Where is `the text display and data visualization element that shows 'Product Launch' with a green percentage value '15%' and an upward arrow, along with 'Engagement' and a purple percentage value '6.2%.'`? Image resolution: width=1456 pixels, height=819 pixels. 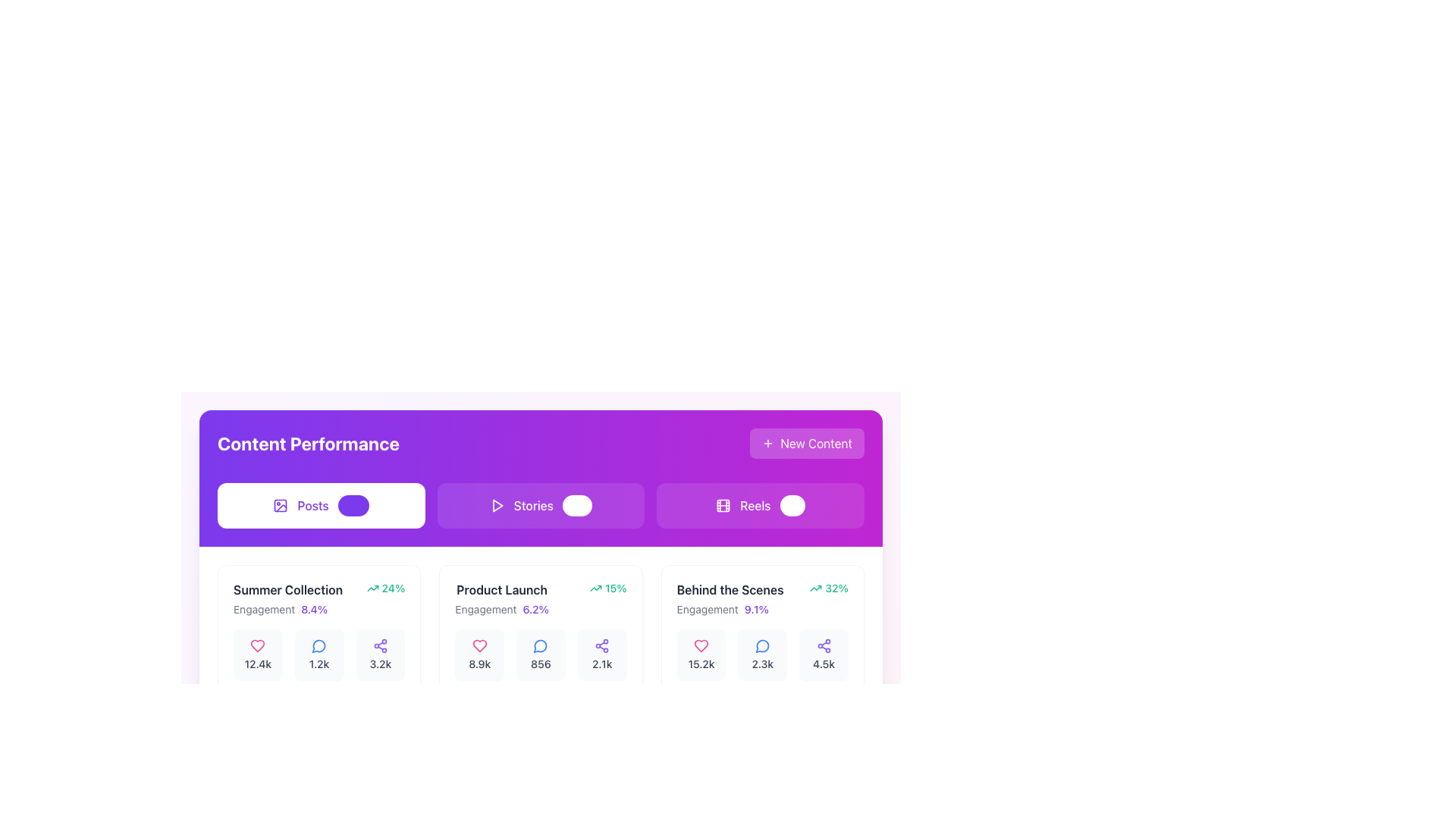 the text display and data visualization element that shows 'Product Launch' with a green percentage value '15%' and an upward arrow, along with 'Engagement' and a purple percentage value '6.2%.' is located at coordinates (541, 598).